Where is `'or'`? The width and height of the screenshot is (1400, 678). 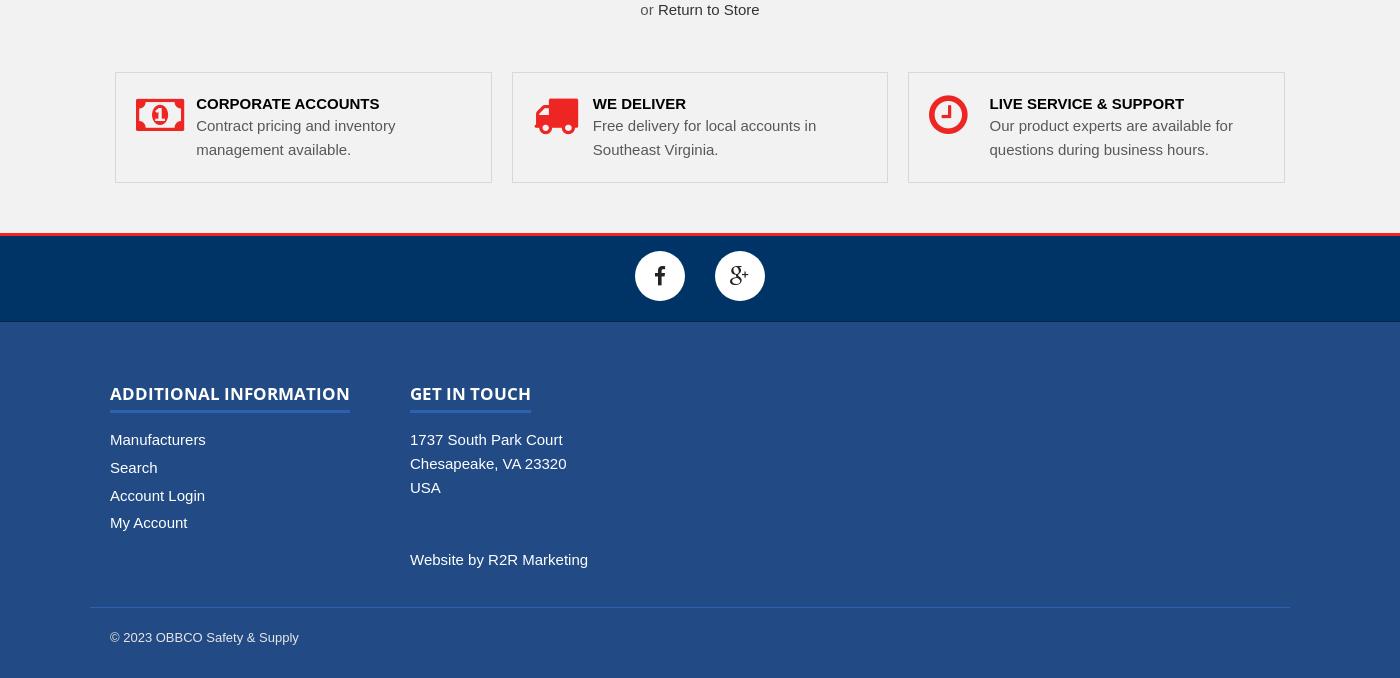
'or' is located at coordinates (648, 7).